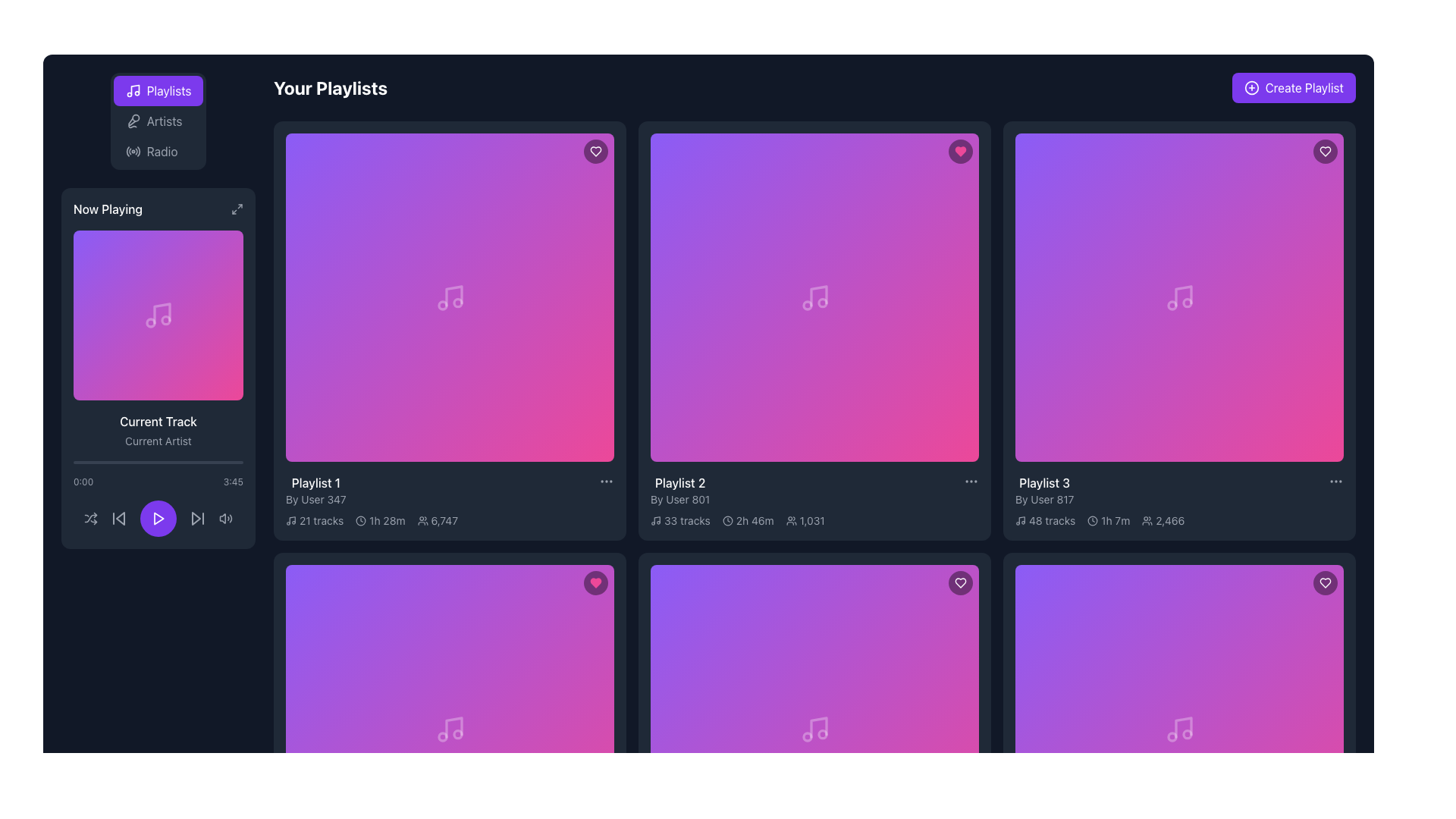  I want to click on the playlist duration icon located in the metadata row of 'Playlist 1', positioned below the playlist title and next to the '1h 28m' text, so click(360, 519).